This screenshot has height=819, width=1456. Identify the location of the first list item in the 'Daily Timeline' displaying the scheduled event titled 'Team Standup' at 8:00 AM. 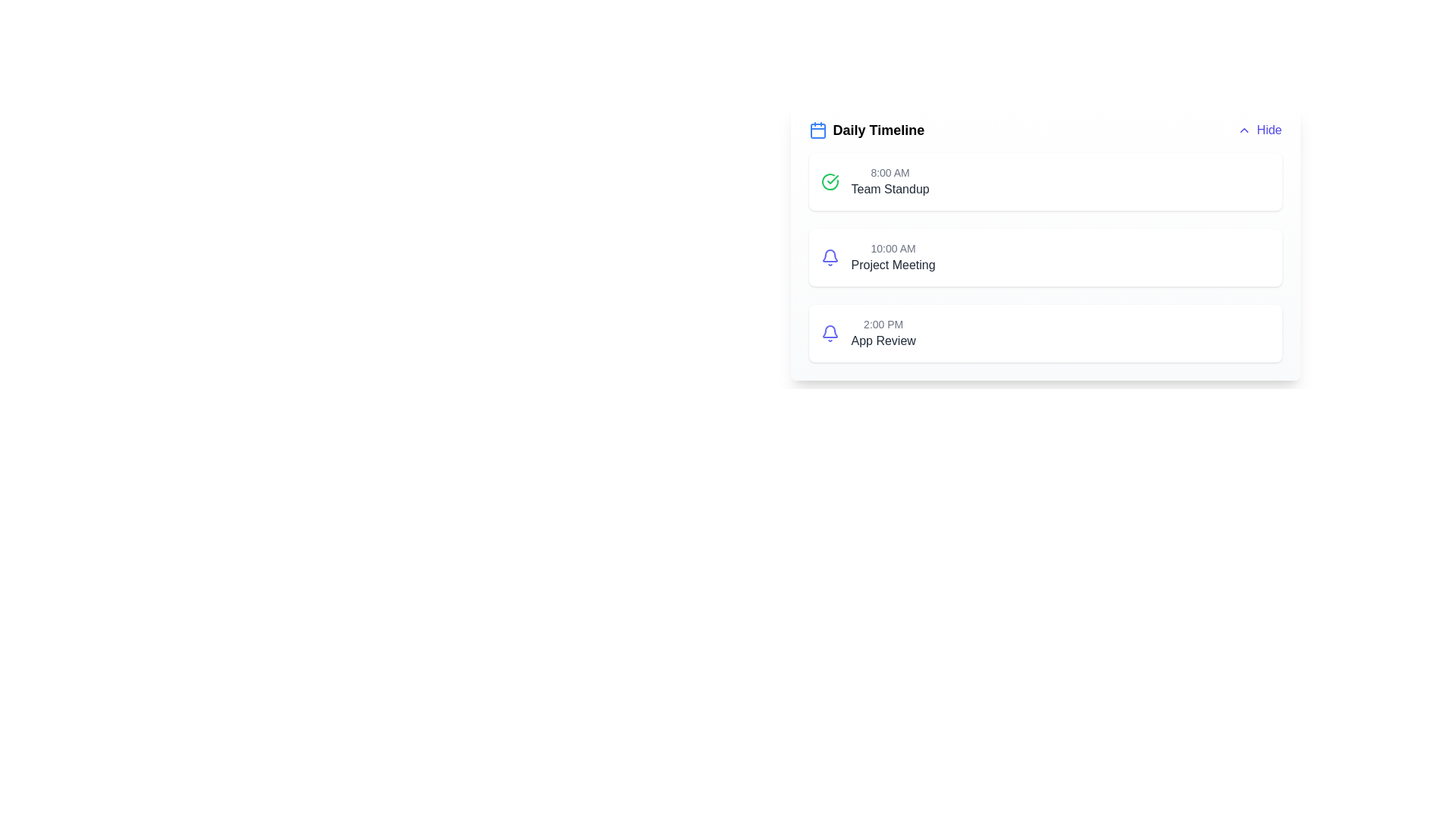
(1044, 180).